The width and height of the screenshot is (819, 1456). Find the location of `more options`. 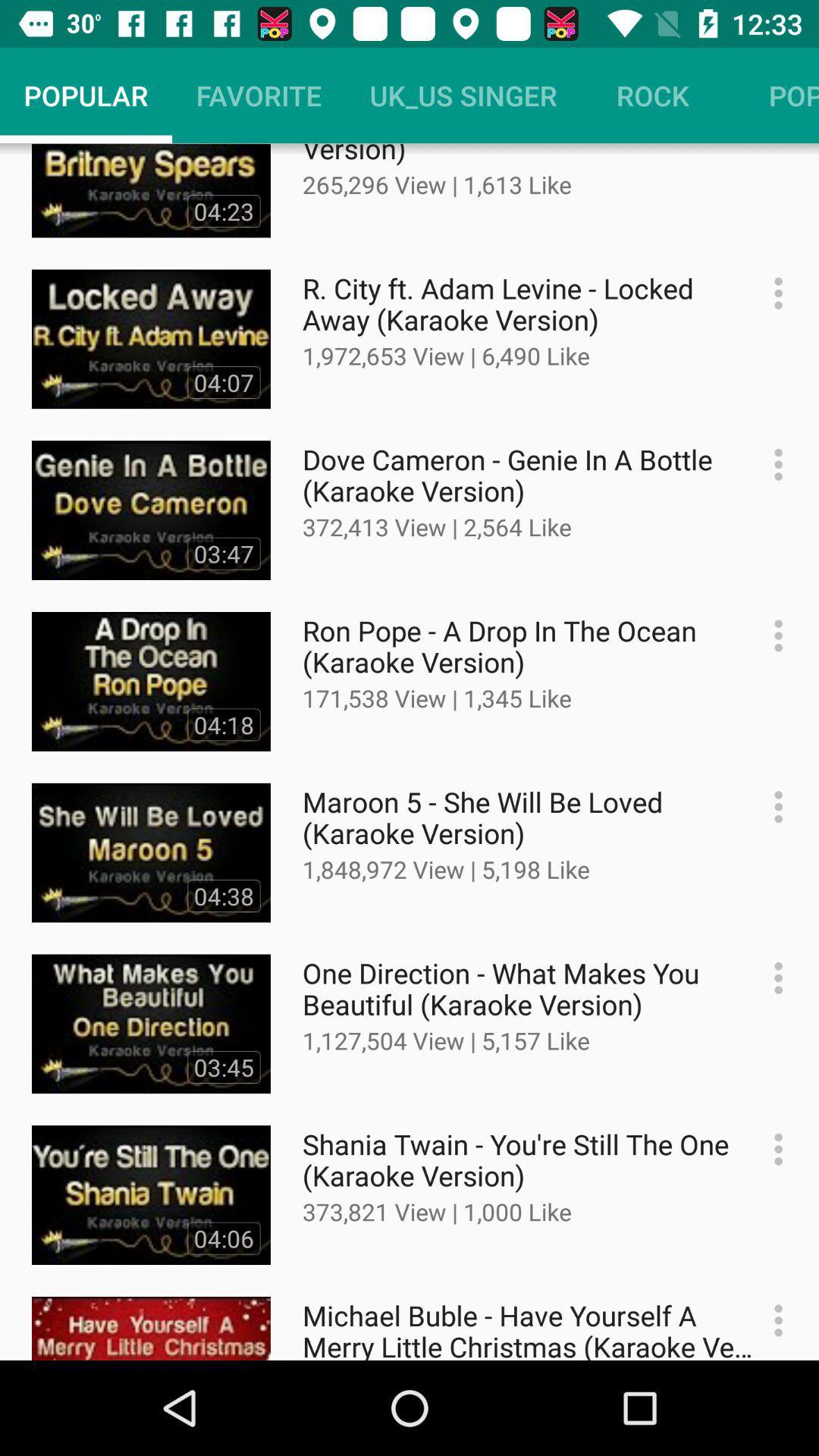

more options is located at coordinates (770, 635).